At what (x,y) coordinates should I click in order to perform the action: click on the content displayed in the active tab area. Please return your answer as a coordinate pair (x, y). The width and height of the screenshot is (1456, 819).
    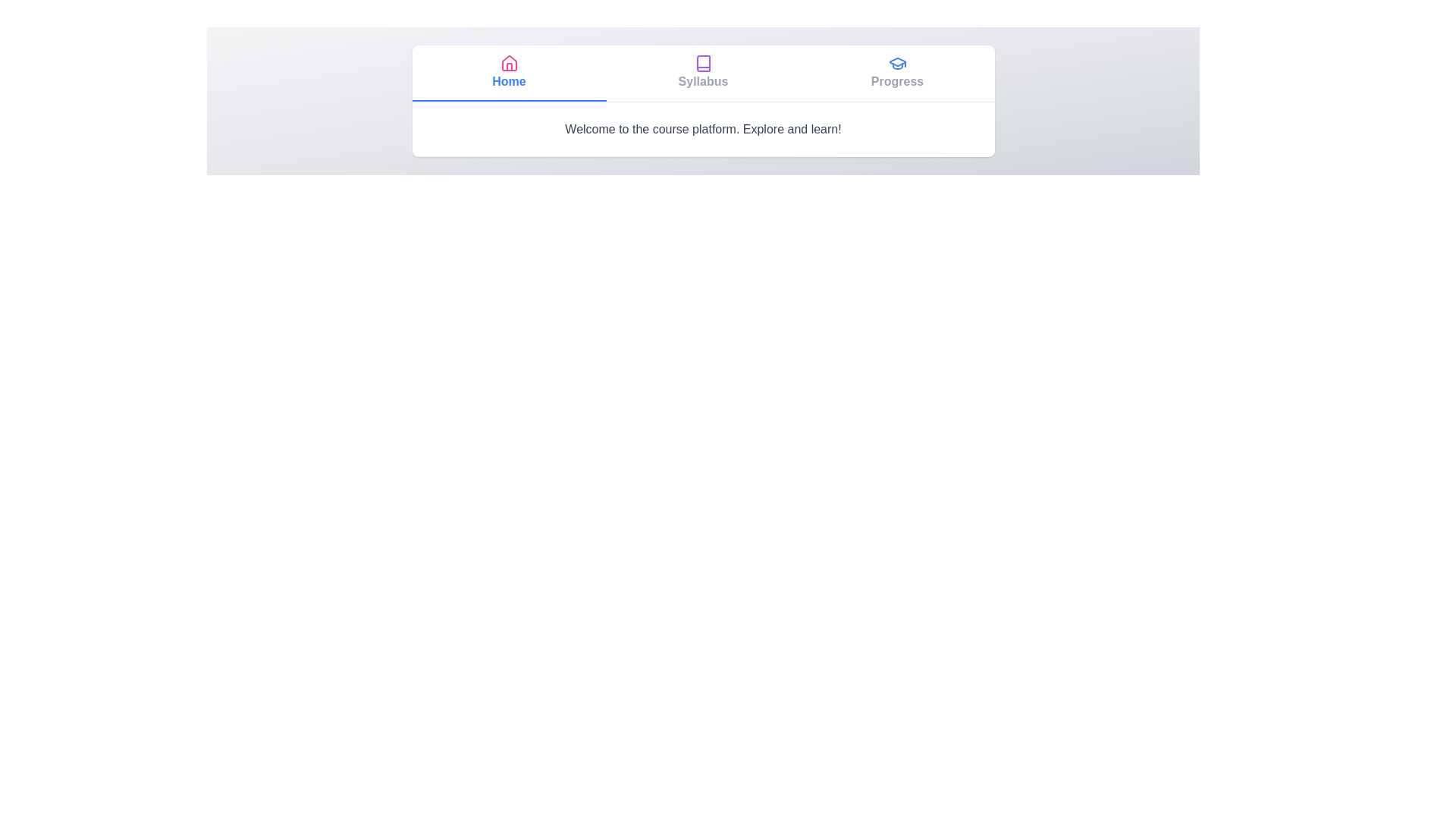
    Looking at the image, I should click on (702, 128).